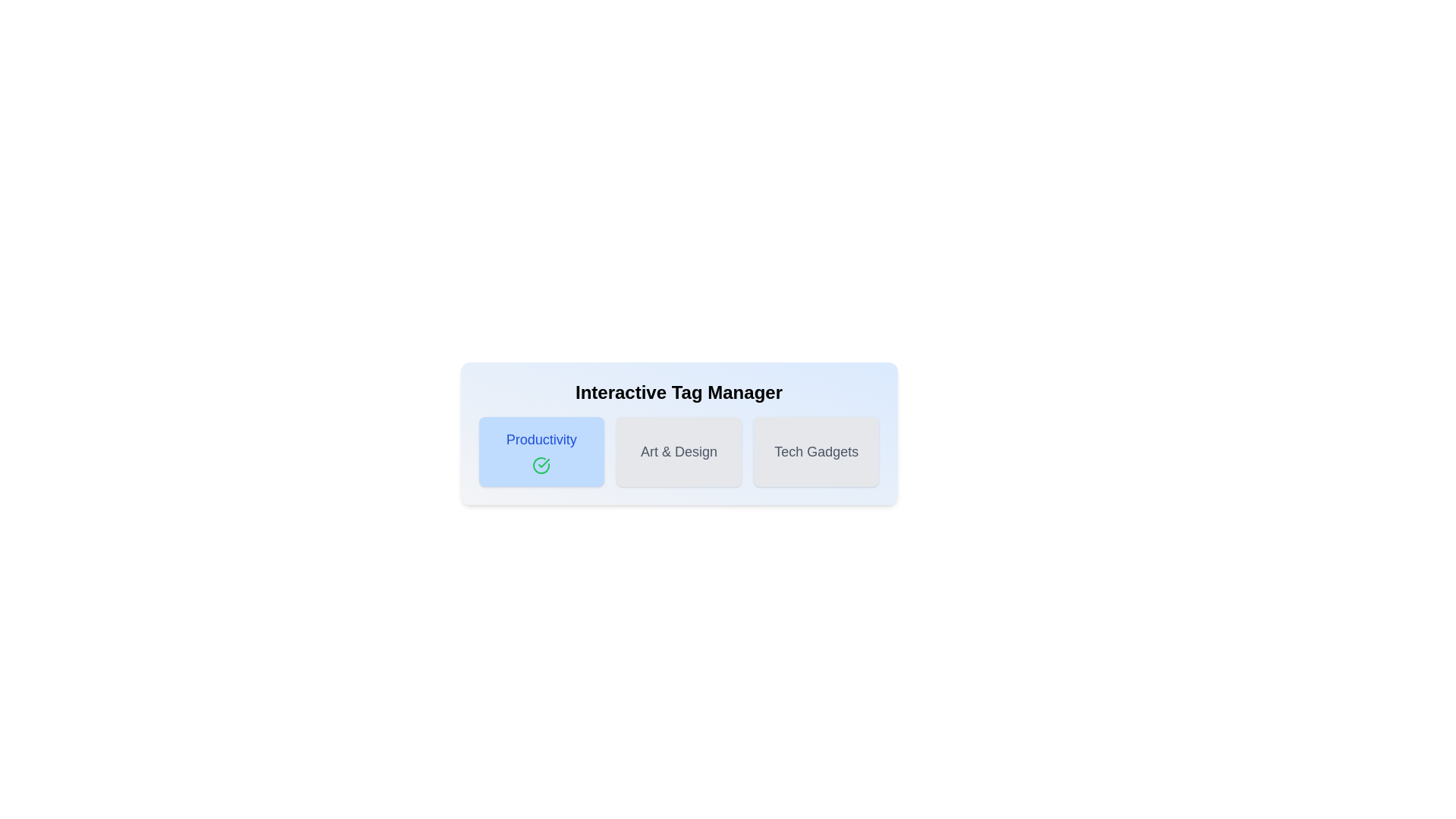 Image resolution: width=1456 pixels, height=819 pixels. Describe the element at coordinates (815, 451) in the screenshot. I see `the button labeled 'Tech Gadgets' to observe its hover effect` at that location.